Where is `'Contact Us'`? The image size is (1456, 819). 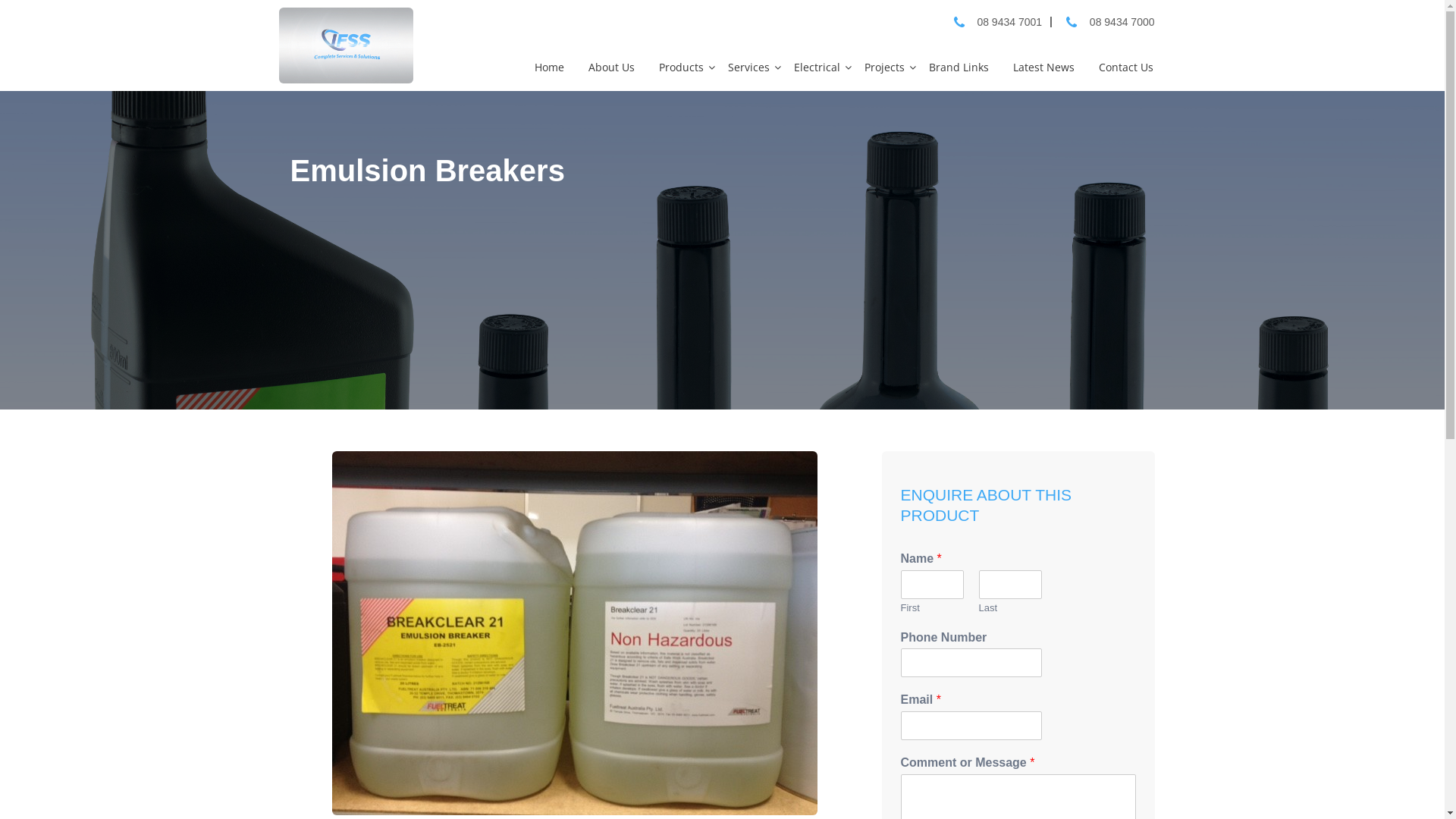 'Contact Us' is located at coordinates (1127, 66).